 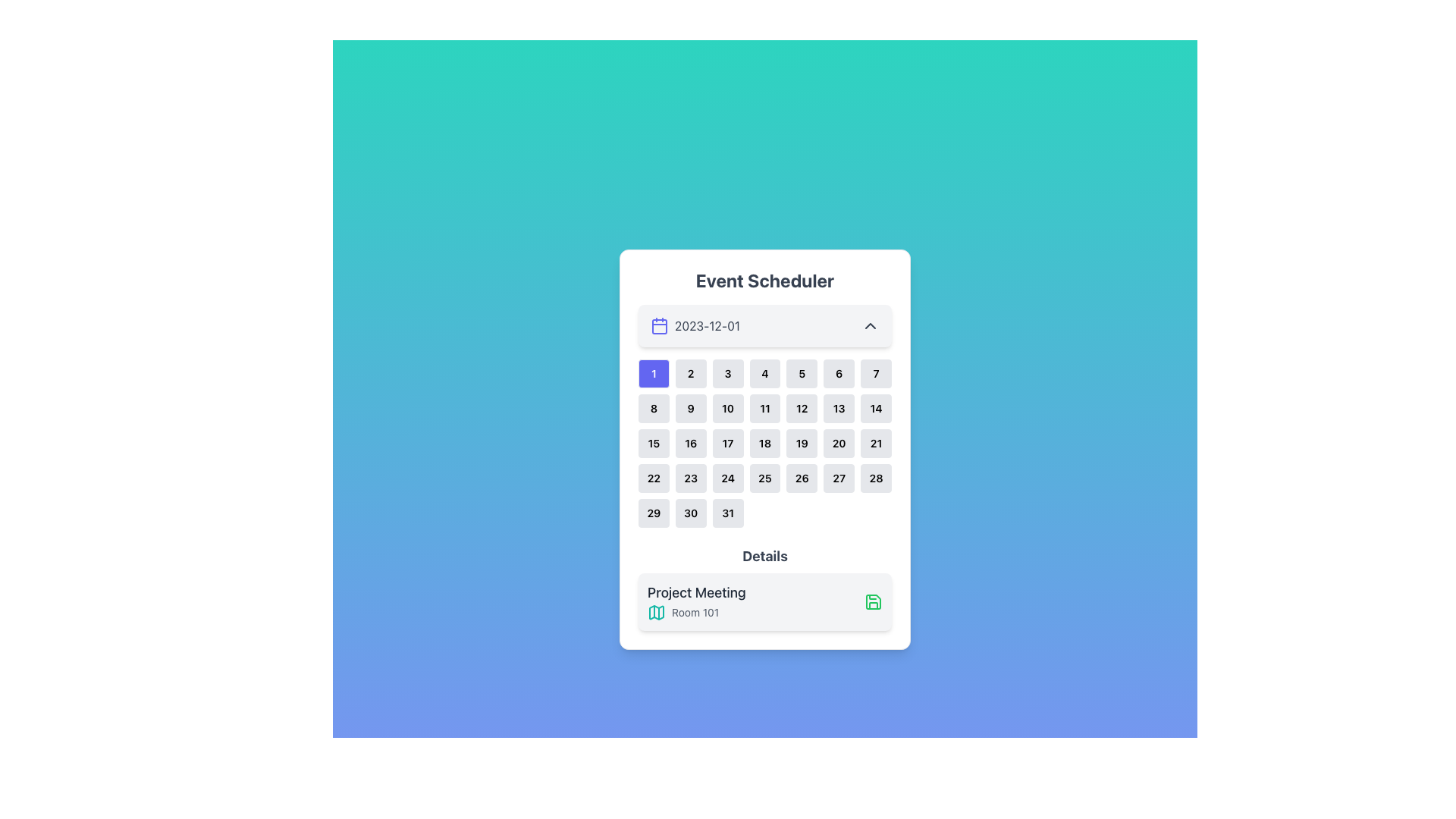 What do you see at coordinates (801, 479) in the screenshot?
I see `the button representing the 26th day in the calendar` at bounding box center [801, 479].